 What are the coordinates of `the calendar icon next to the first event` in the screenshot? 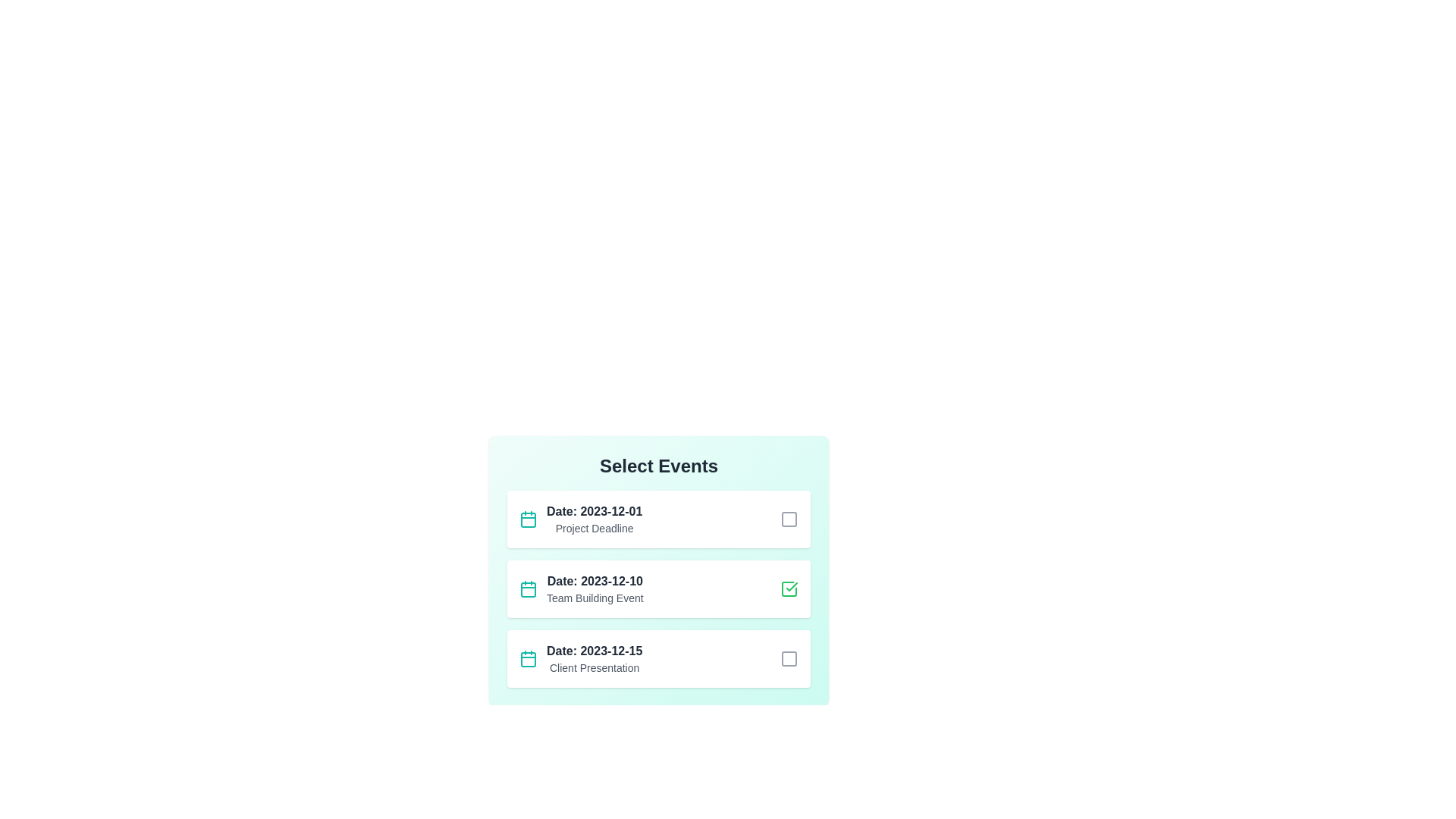 It's located at (528, 519).